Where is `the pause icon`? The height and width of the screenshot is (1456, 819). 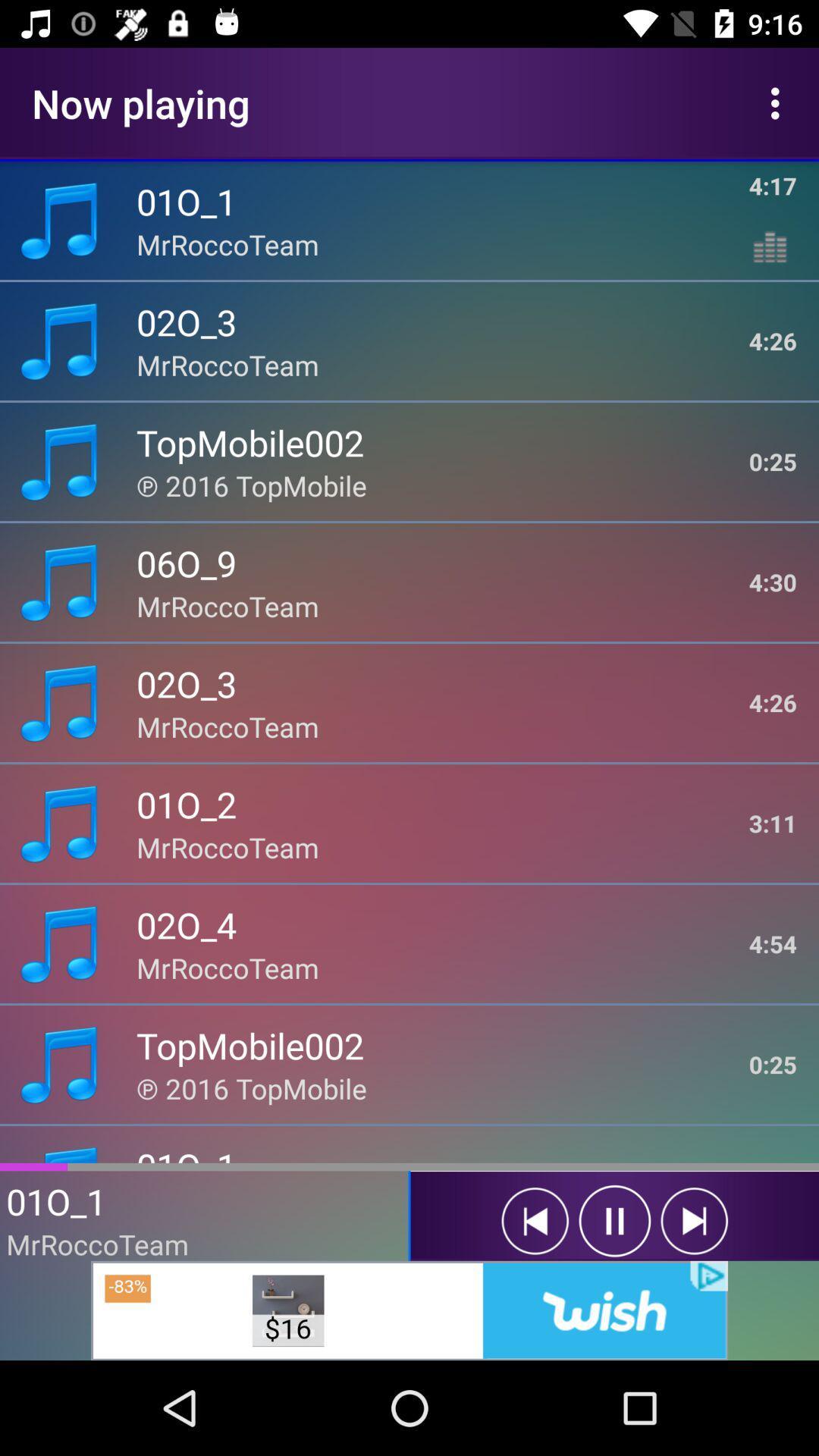 the pause icon is located at coordinates (614, 1221).